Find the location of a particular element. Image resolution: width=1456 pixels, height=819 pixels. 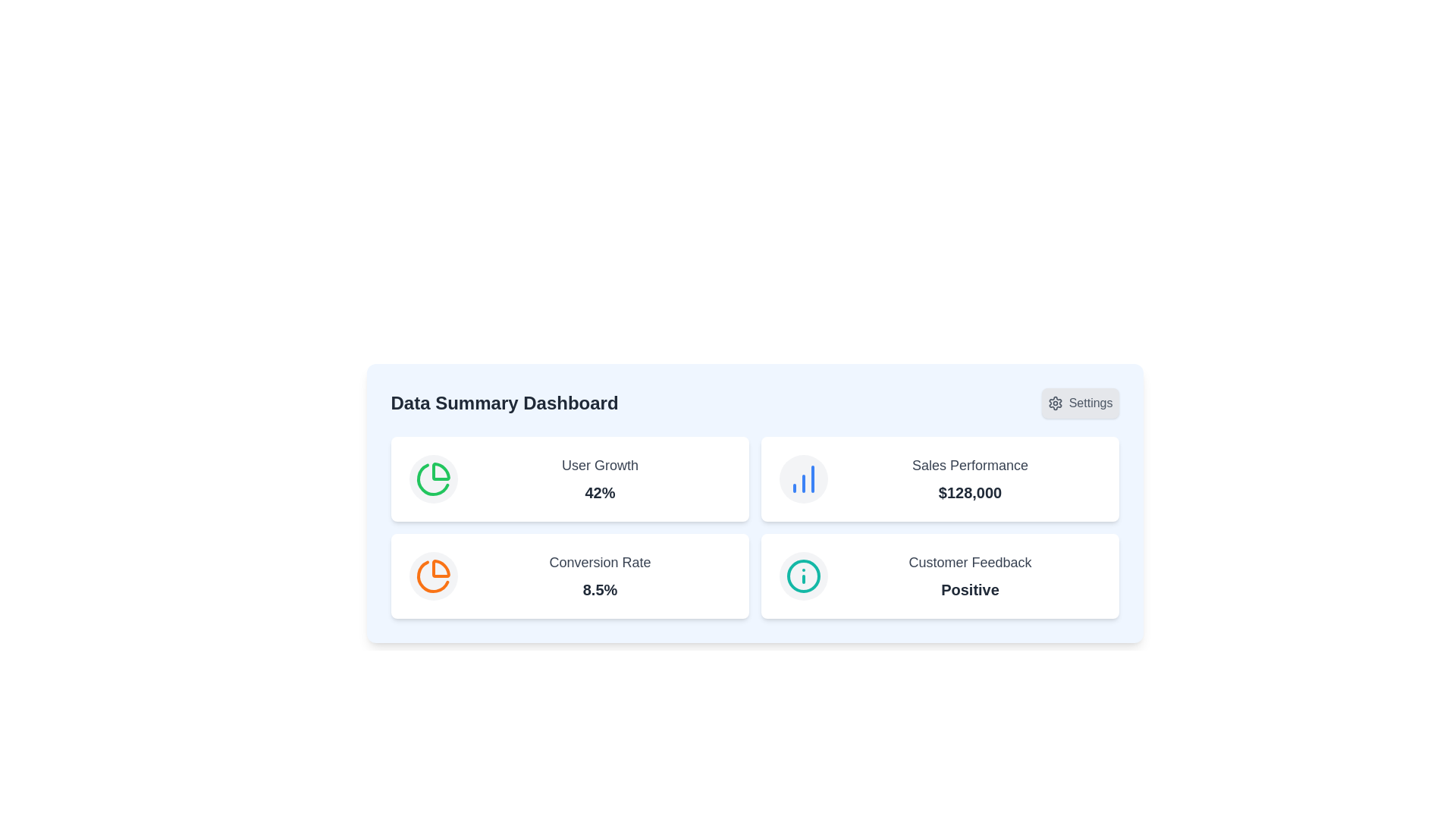

the circular icon with a pie chart design that represents 'User Growth' and is predominantly green, located within a light-gray background is located at coordinates (432, 479).